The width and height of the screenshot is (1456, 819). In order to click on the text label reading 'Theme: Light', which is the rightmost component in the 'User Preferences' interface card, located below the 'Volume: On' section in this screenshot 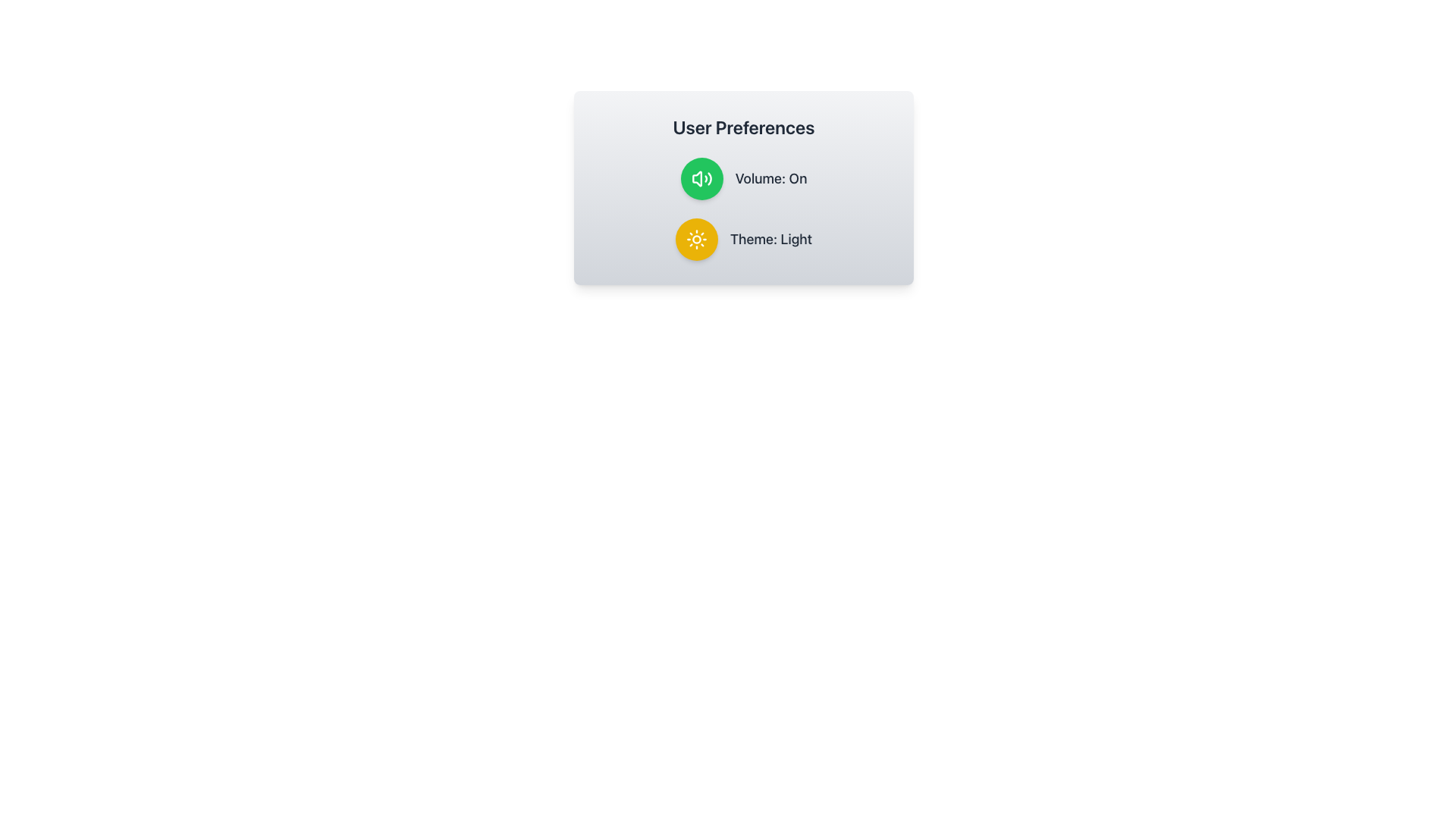, I will do `click(771, 239)`.